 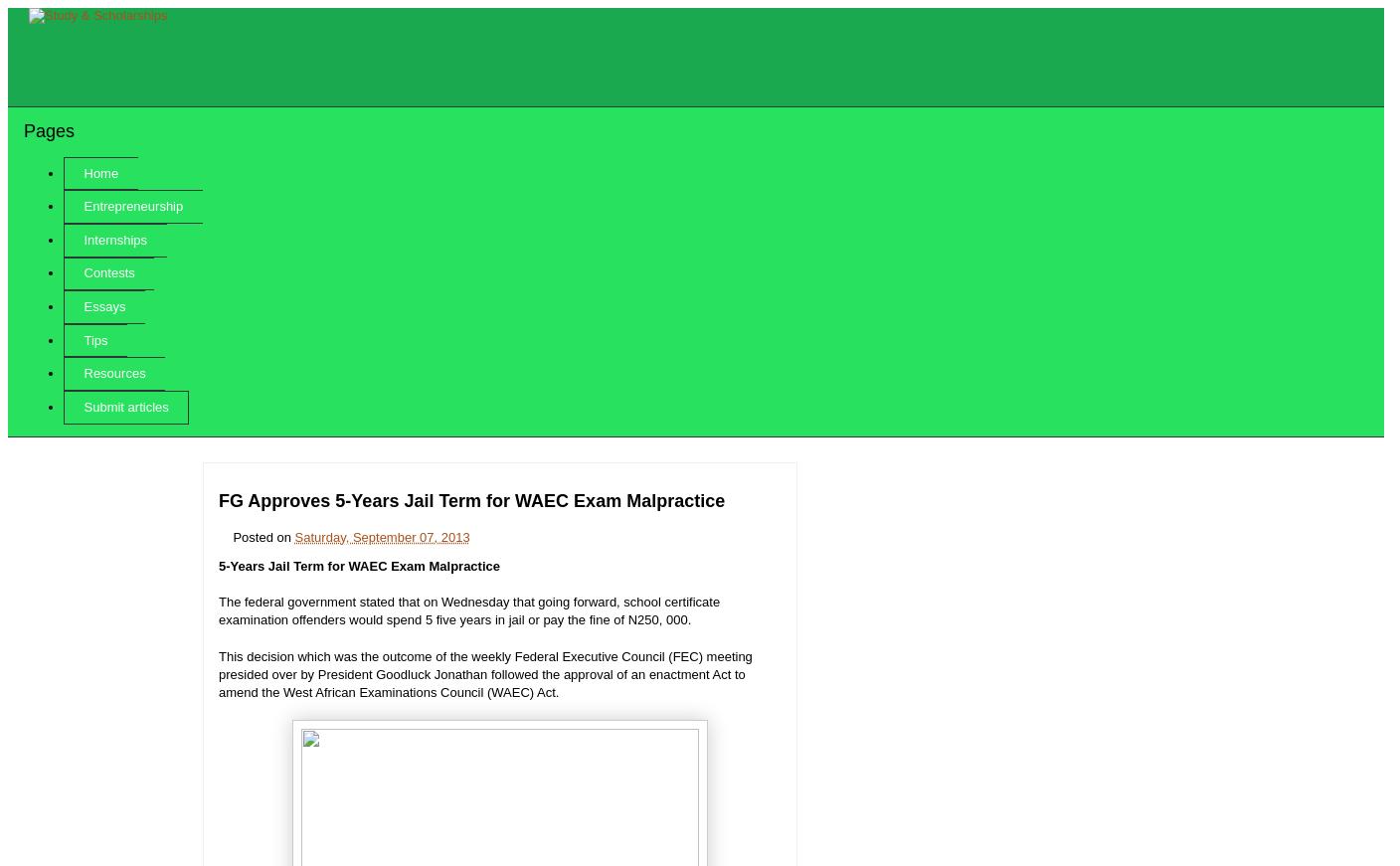 I want to click on 'The federal government stated that on Wednesday that going forward, school certificate examination offenders would spend 5 five years in jail or pay the fine of N250, 000.', so click(x=468, y=609).